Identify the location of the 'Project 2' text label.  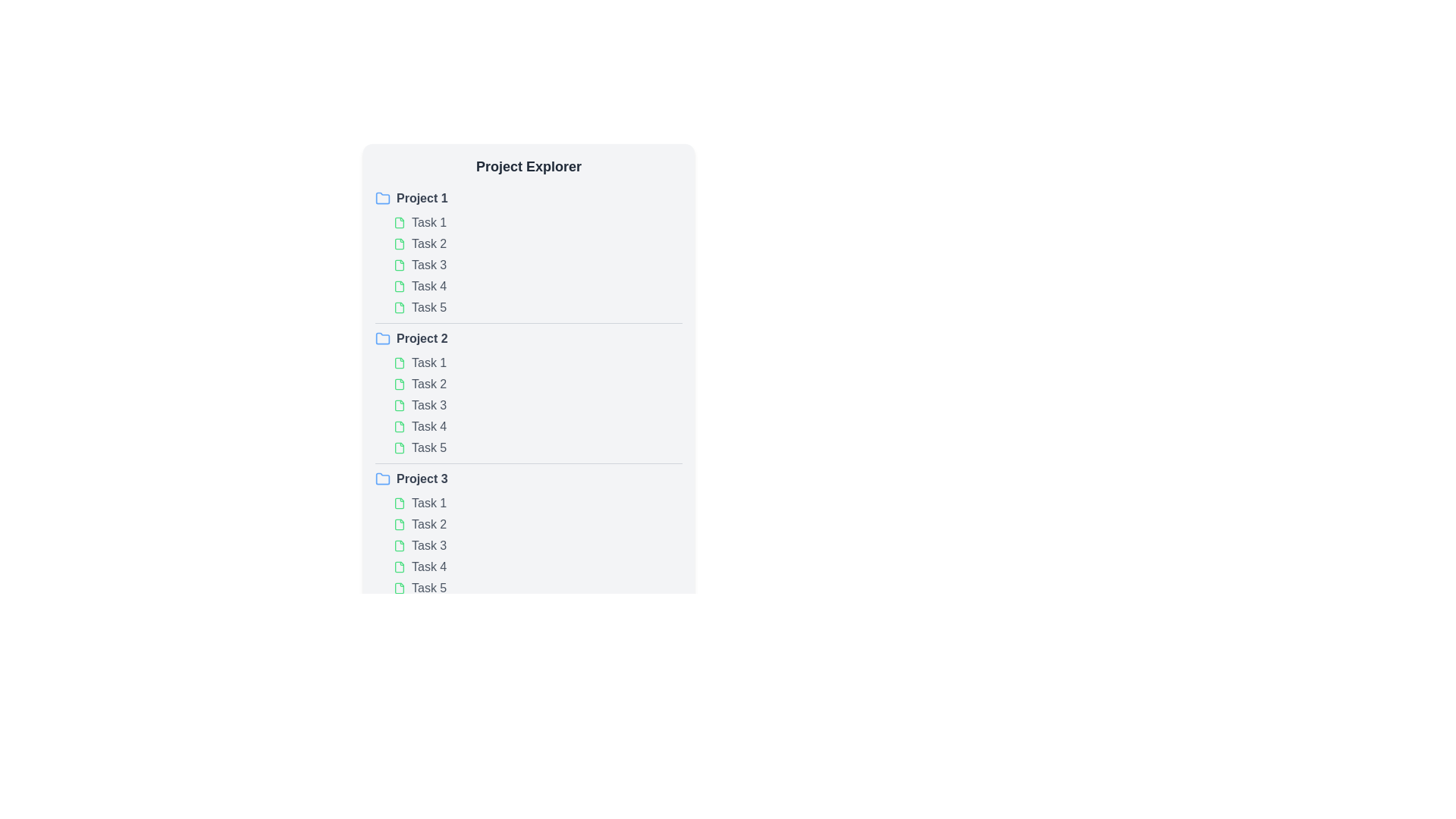
(422, 338).